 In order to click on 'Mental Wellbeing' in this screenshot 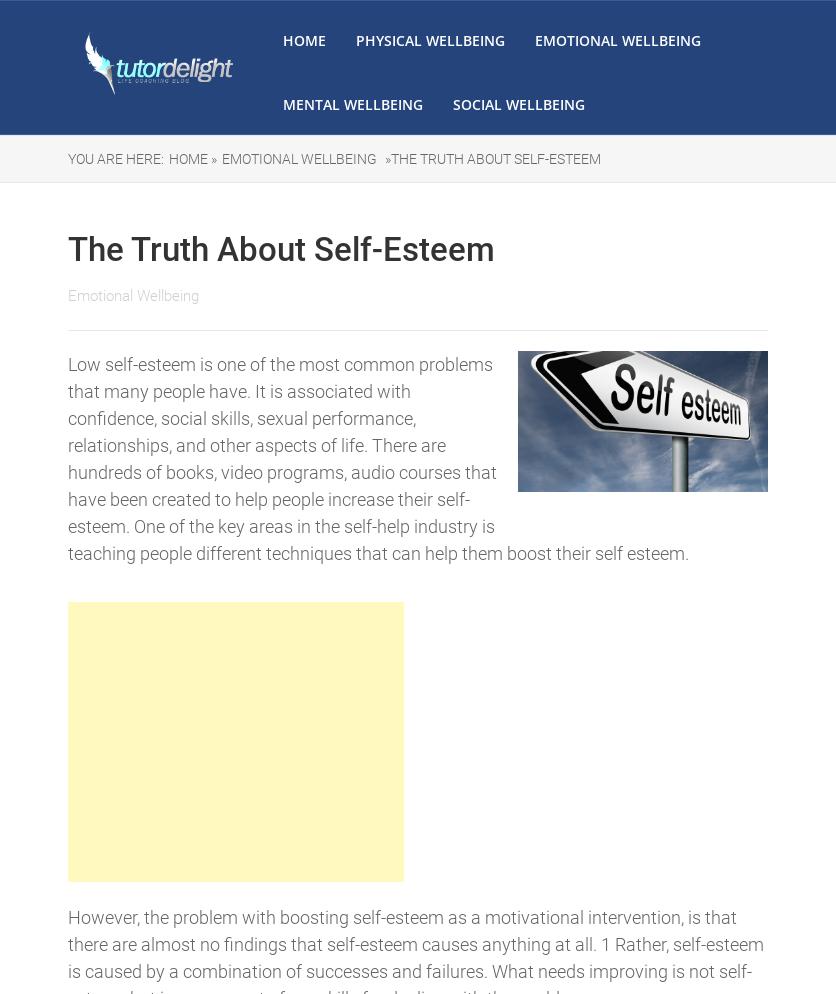, I will do `click(351, 104)`.